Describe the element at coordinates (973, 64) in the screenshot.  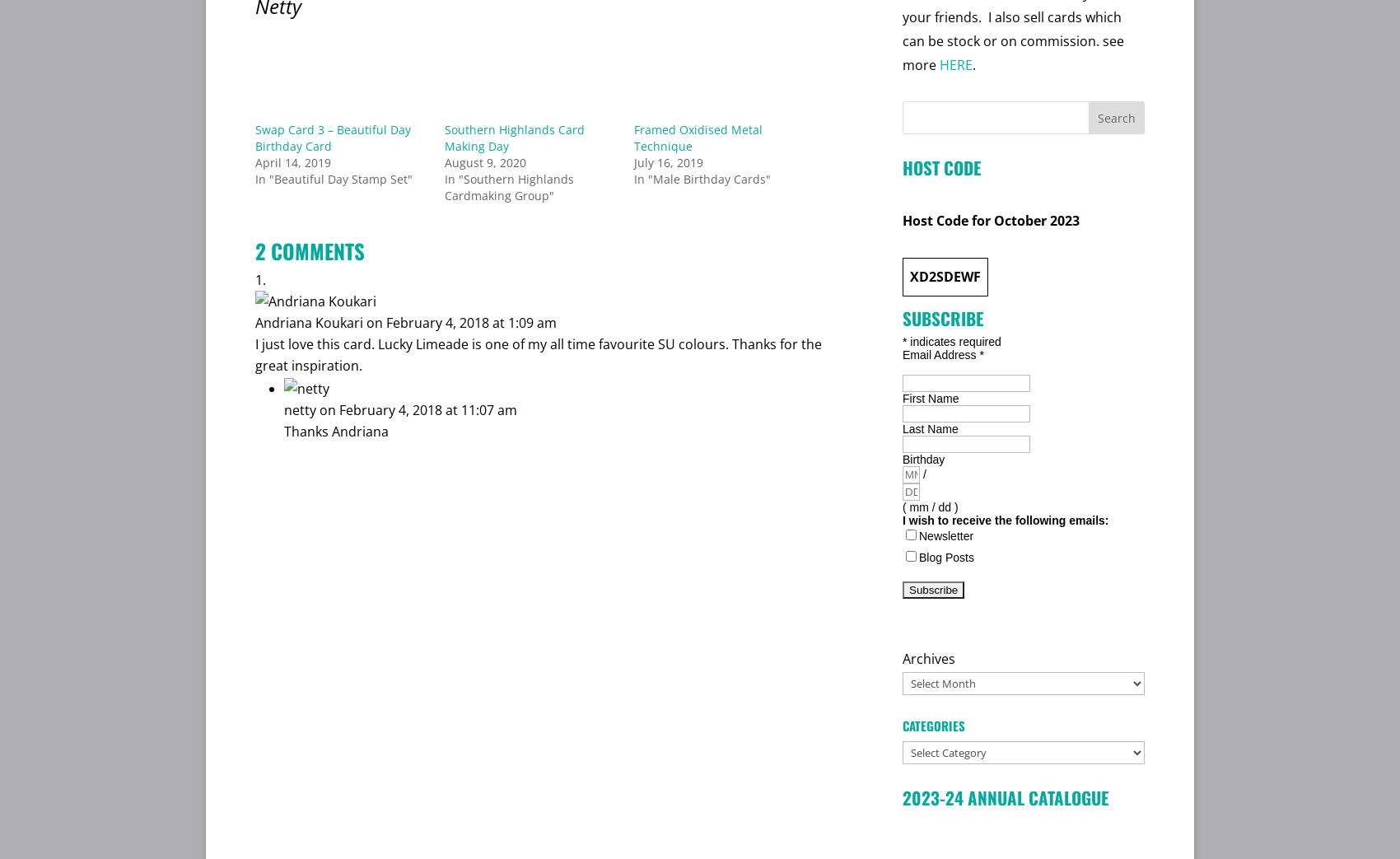
I see `'.'` at that location.